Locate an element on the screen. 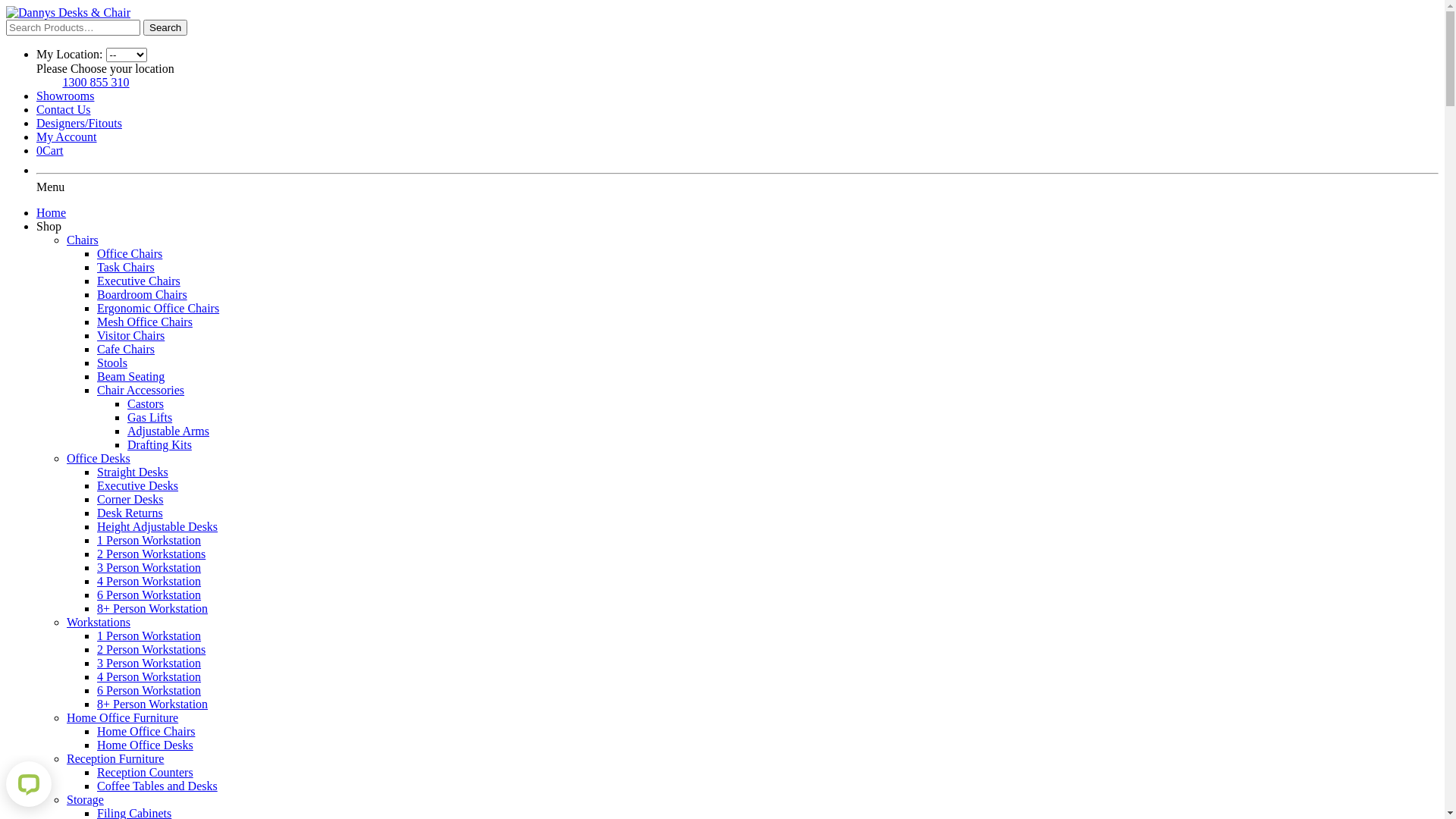 This screenshot has width=1456, height=819. 'Boardroom Chairs' is located at coordinates (96, 294).